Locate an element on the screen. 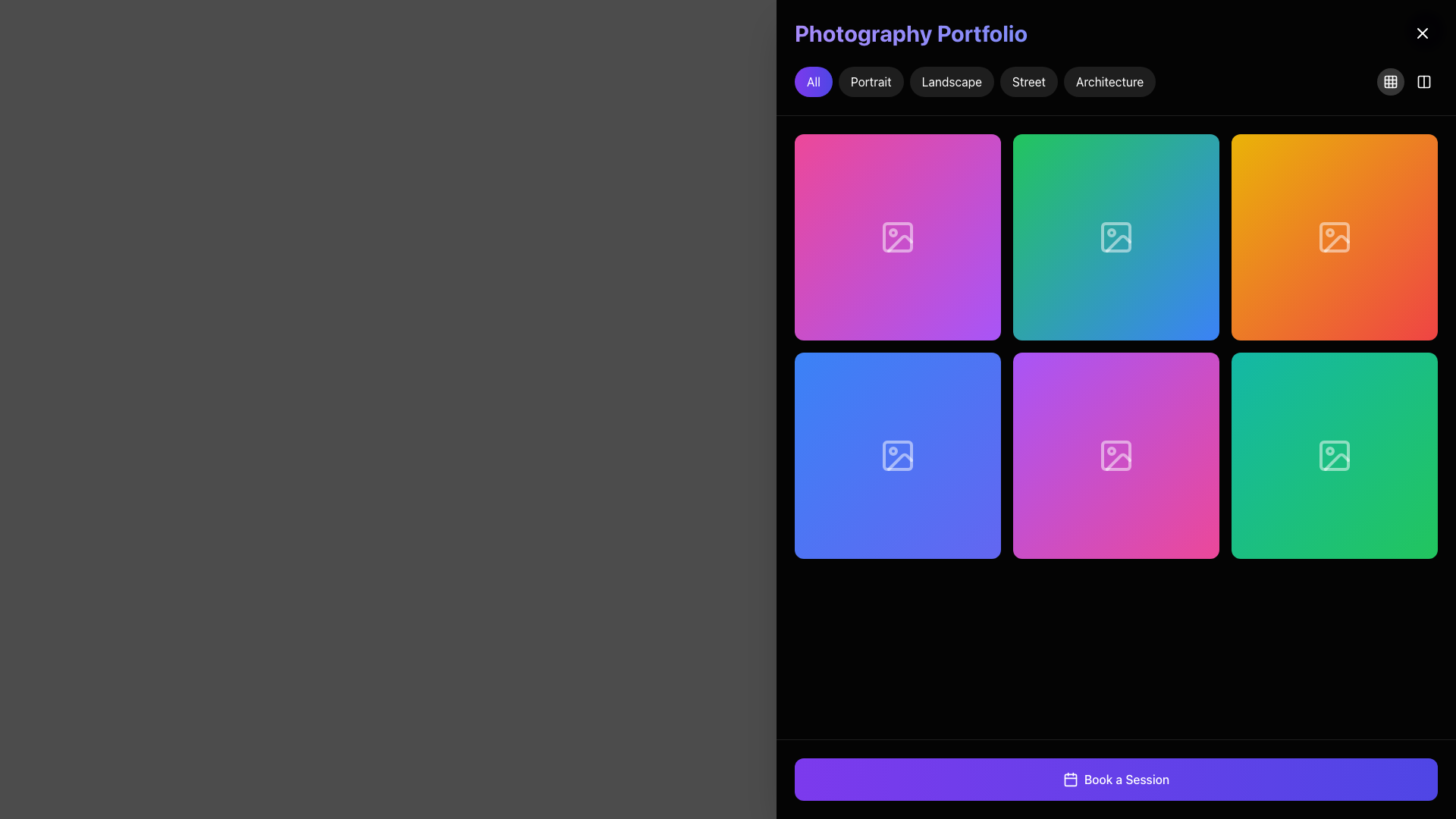 The height and width of the screenshot is (819, 1456). the decorative white rectangle located at the top right corner of the grid layout, which is centered within an orange square tile is located at coordinates (1335, 237).